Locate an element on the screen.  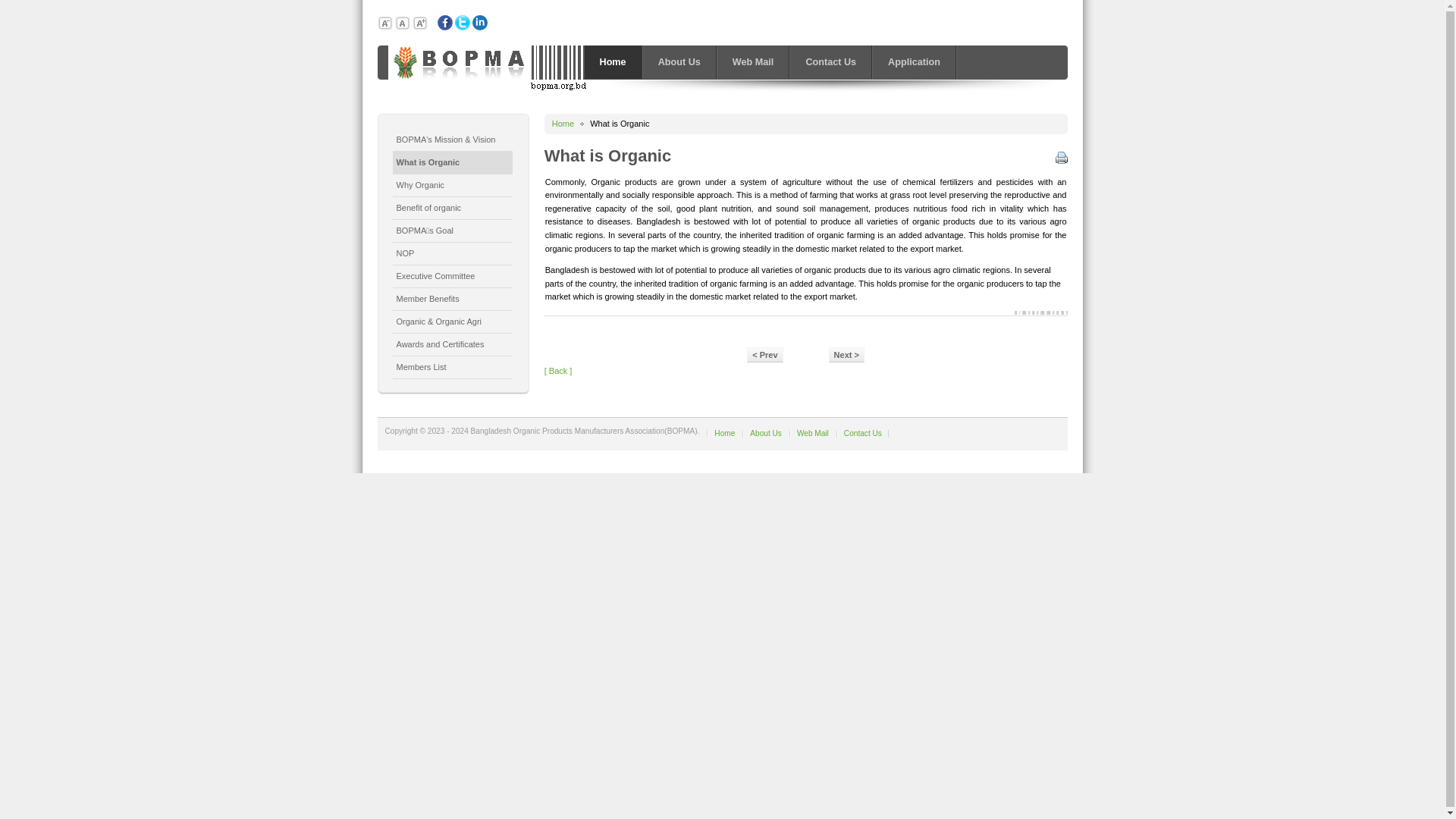
'Increase font size' is located at coordinates (419, 23).